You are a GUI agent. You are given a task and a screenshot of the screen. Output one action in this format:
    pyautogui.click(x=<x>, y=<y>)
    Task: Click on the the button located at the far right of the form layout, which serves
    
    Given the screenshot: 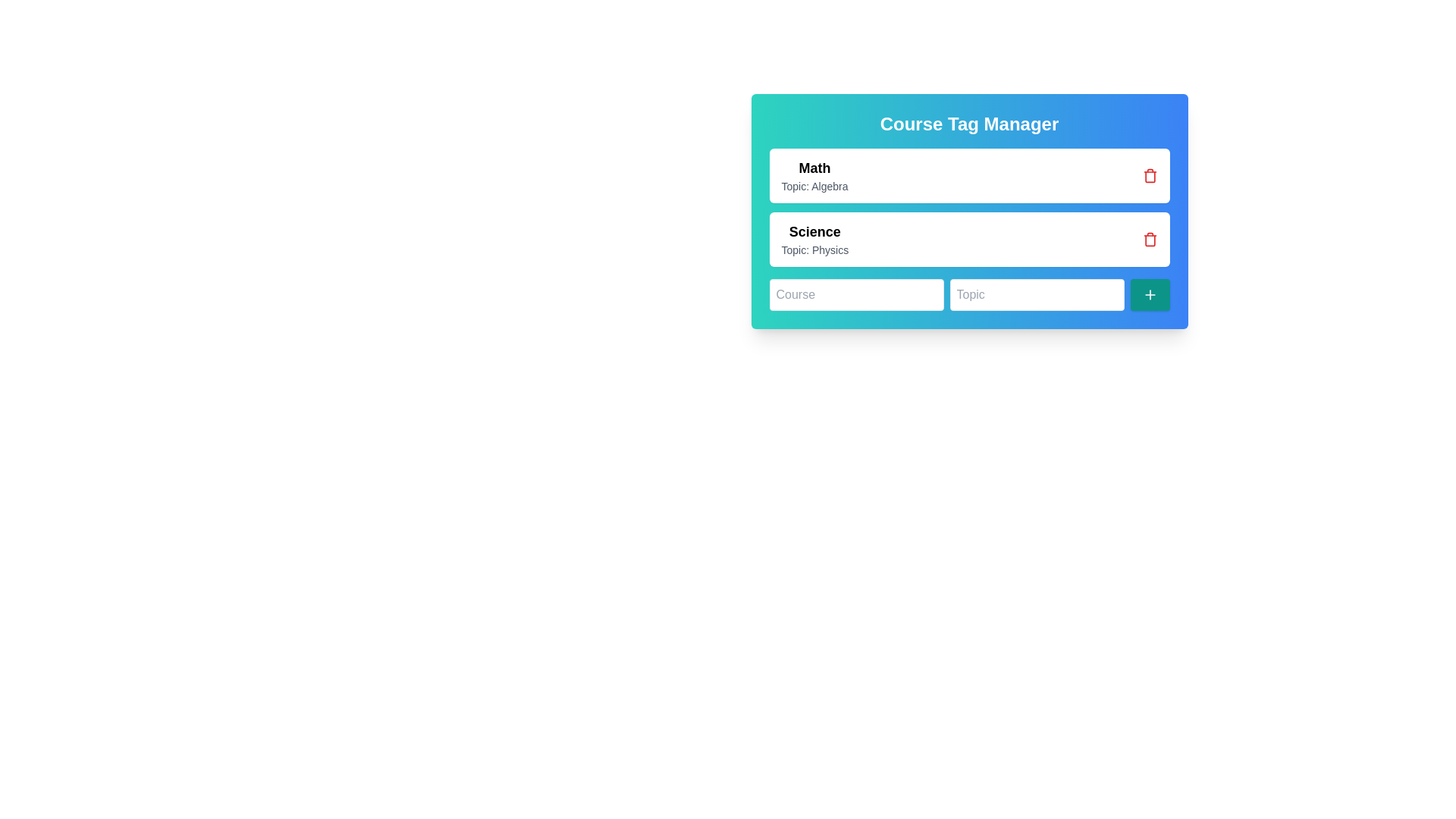 What is the action you would take?
    pyautogui.click(x=1150, y=295)
    